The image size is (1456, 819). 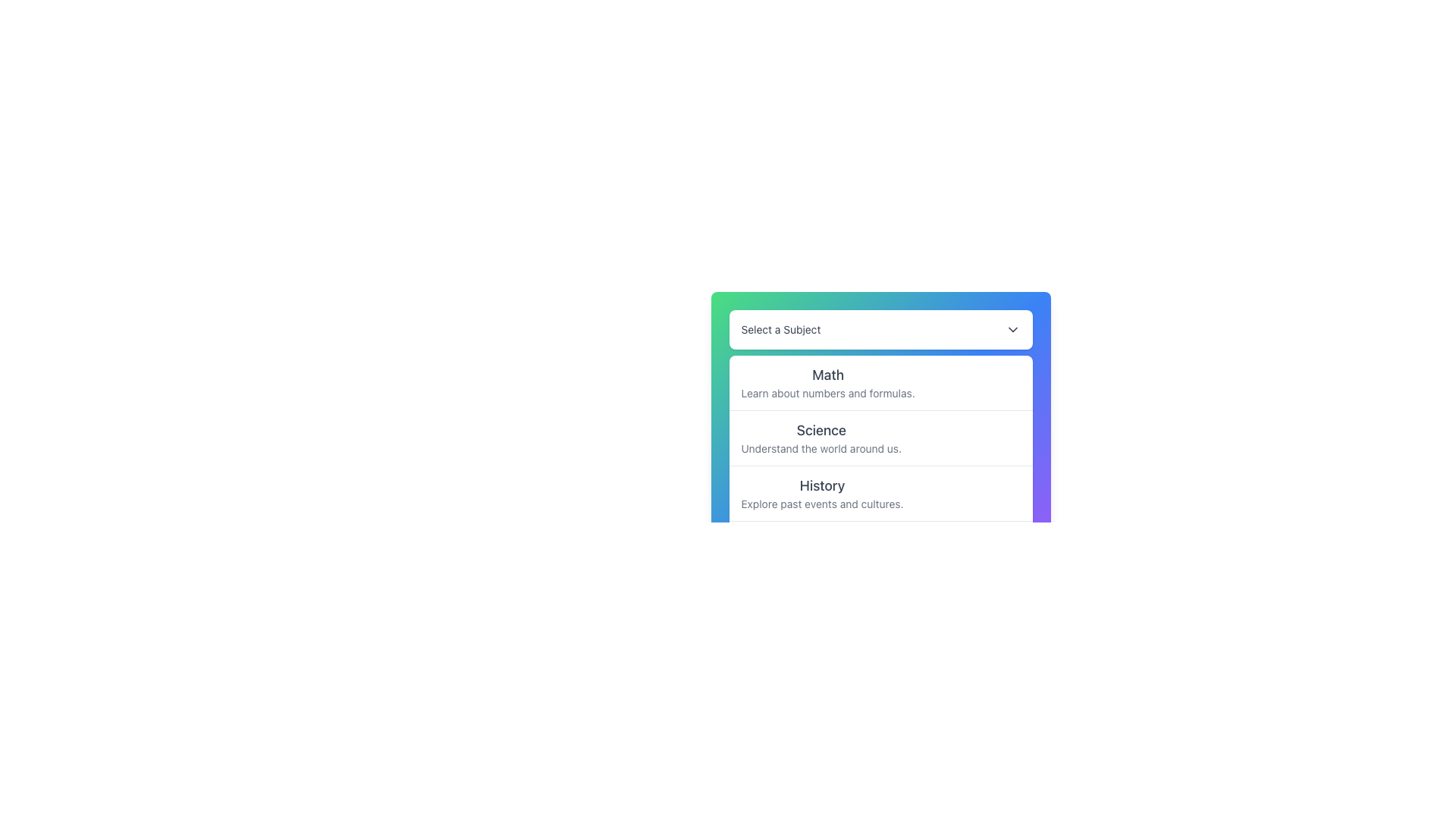 I want to click on the 'History' option in the dropdown selection menu, so click(x=821, y=494).